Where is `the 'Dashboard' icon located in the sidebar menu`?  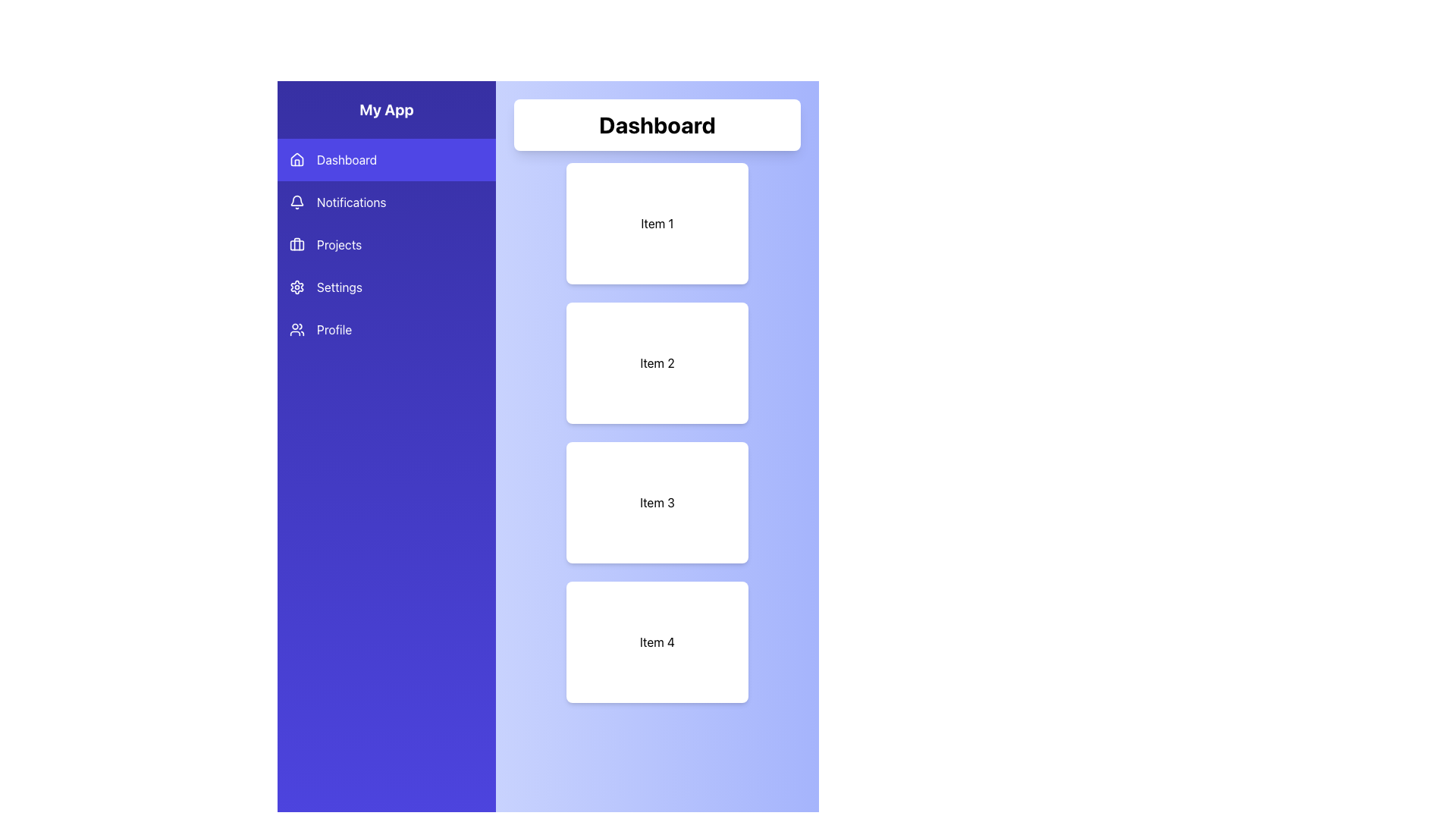
the 'Dashboard' icon located in the sidebar menu is located at coordinates (297, 160).